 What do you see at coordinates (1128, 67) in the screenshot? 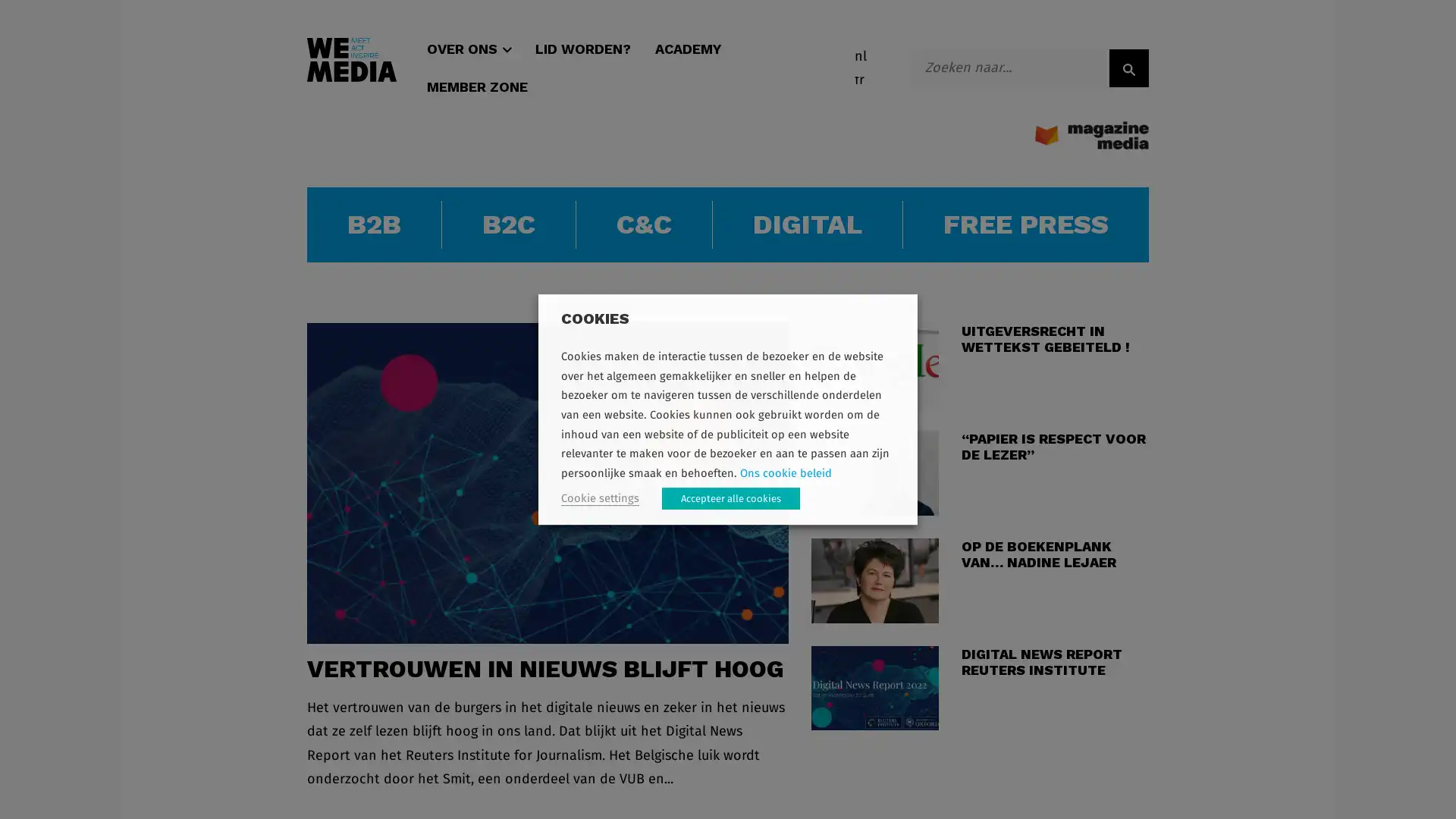
I see `ZOEK` at bounding box center [1128, 67].